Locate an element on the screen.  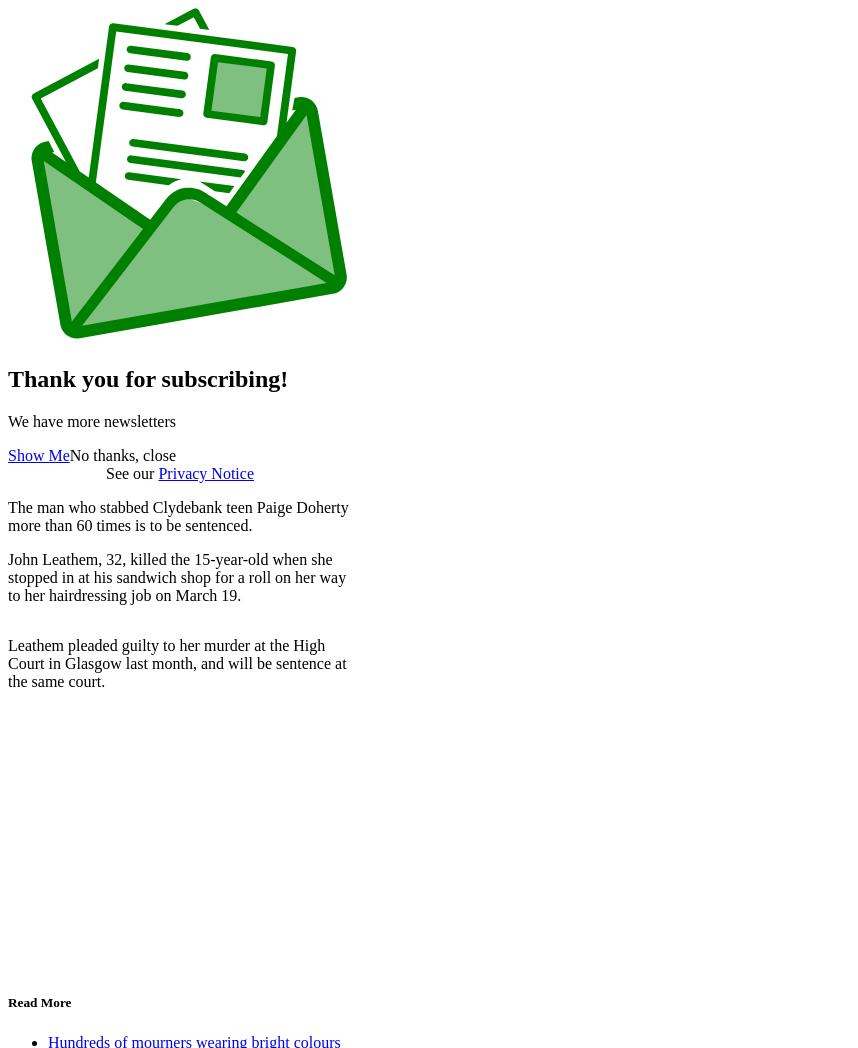
'Show Me' is located at coordinates (38, 454).